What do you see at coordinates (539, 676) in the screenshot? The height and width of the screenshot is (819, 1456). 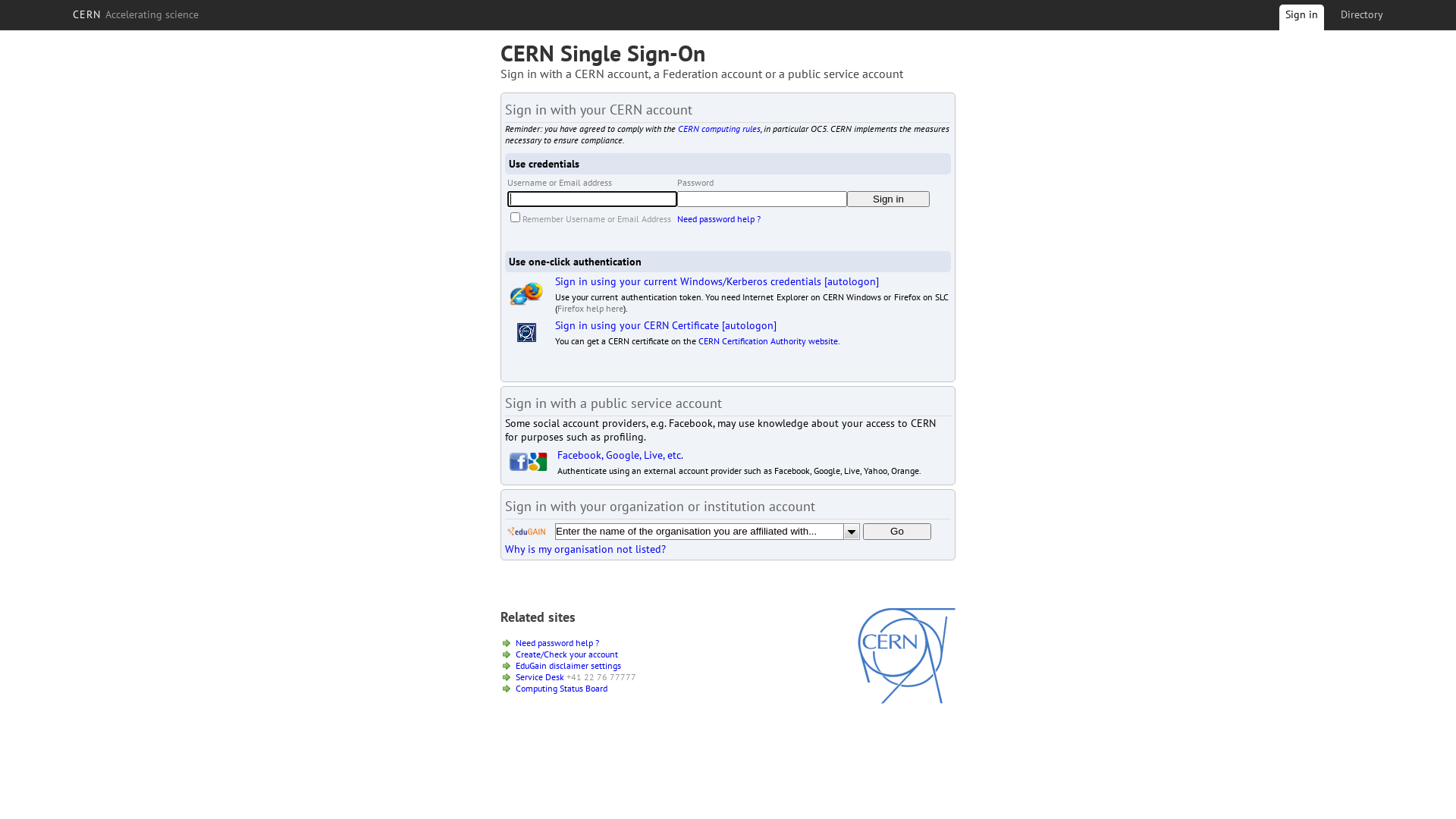 I see `'Service Desk'` at bounding box center [539, 676].